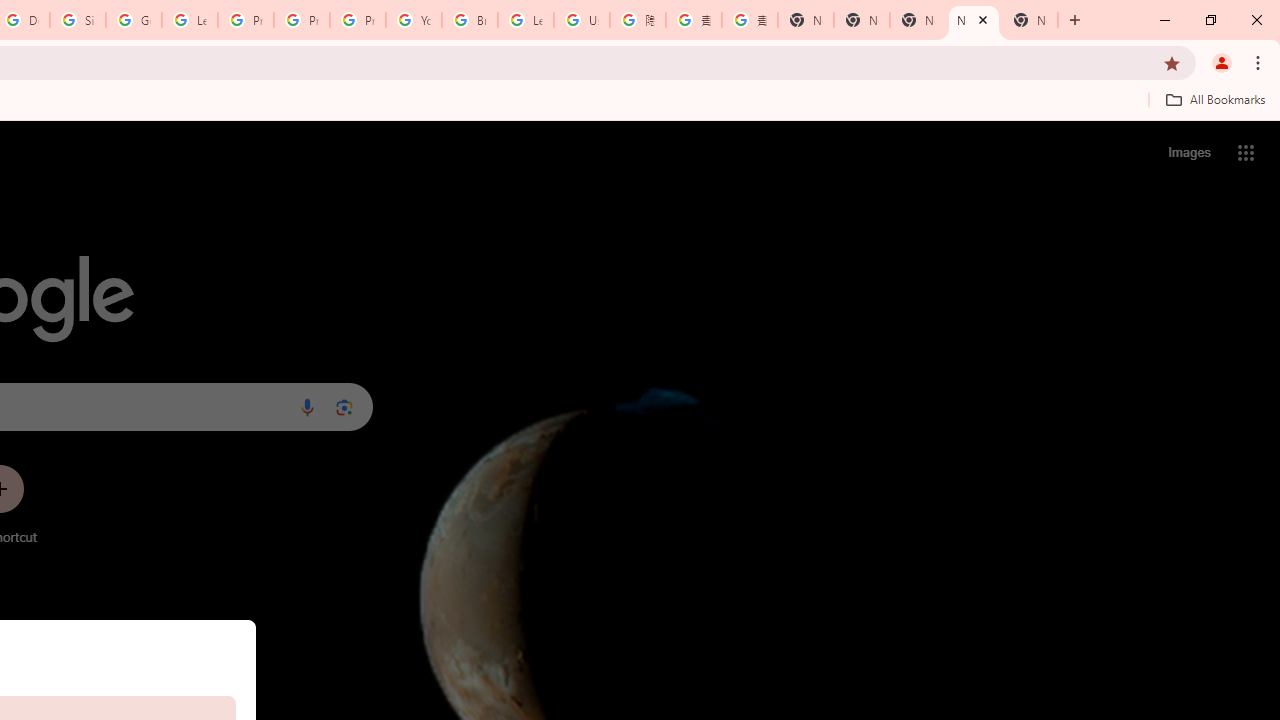  What do you see at coordinates (468, 20) in the screenshot?
I see `'Browse Chrome as a guest - Computer - Google Chrome Help'` at bounding box center [468, 20].